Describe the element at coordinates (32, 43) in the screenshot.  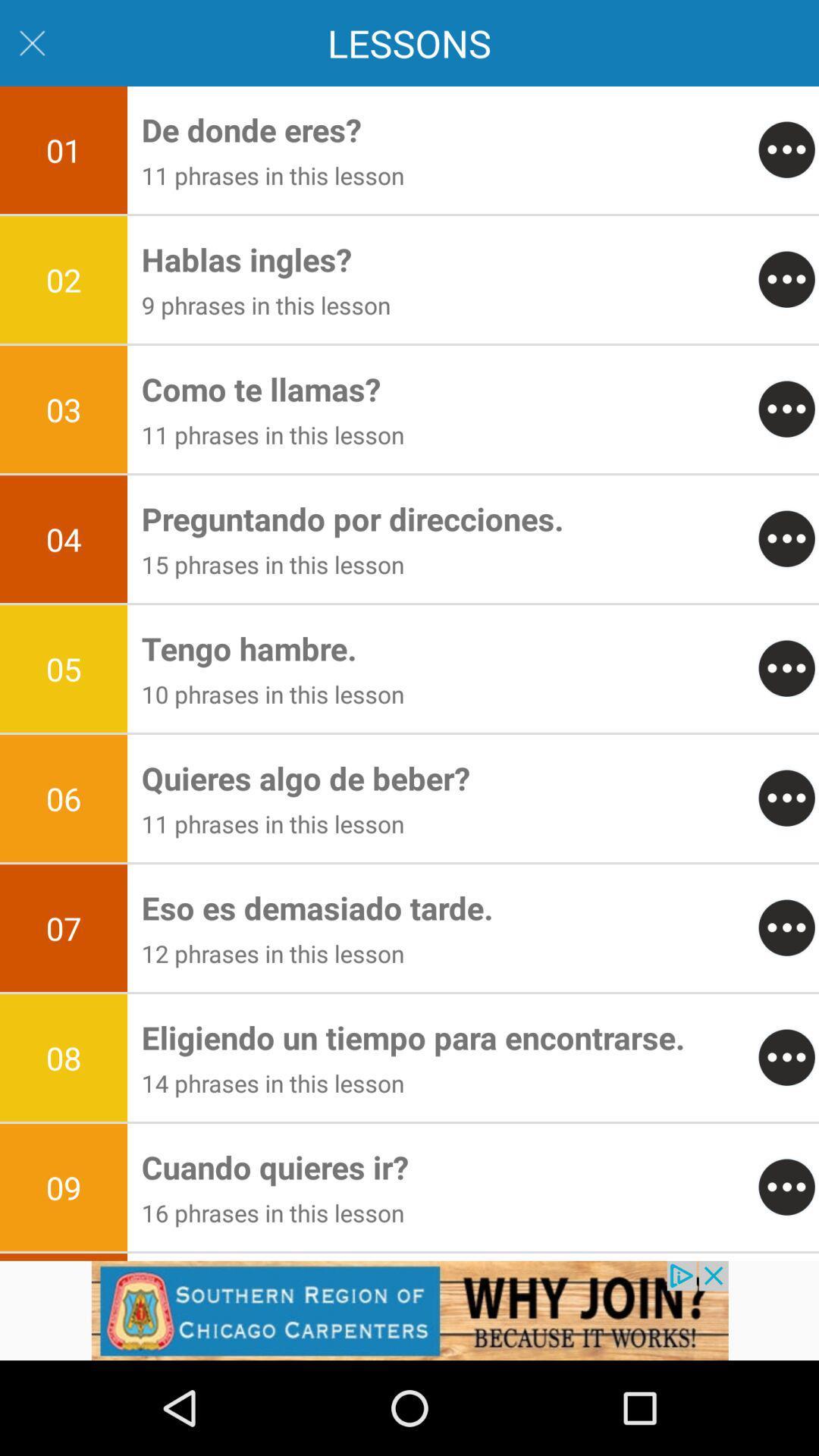
I see `close` at that location.